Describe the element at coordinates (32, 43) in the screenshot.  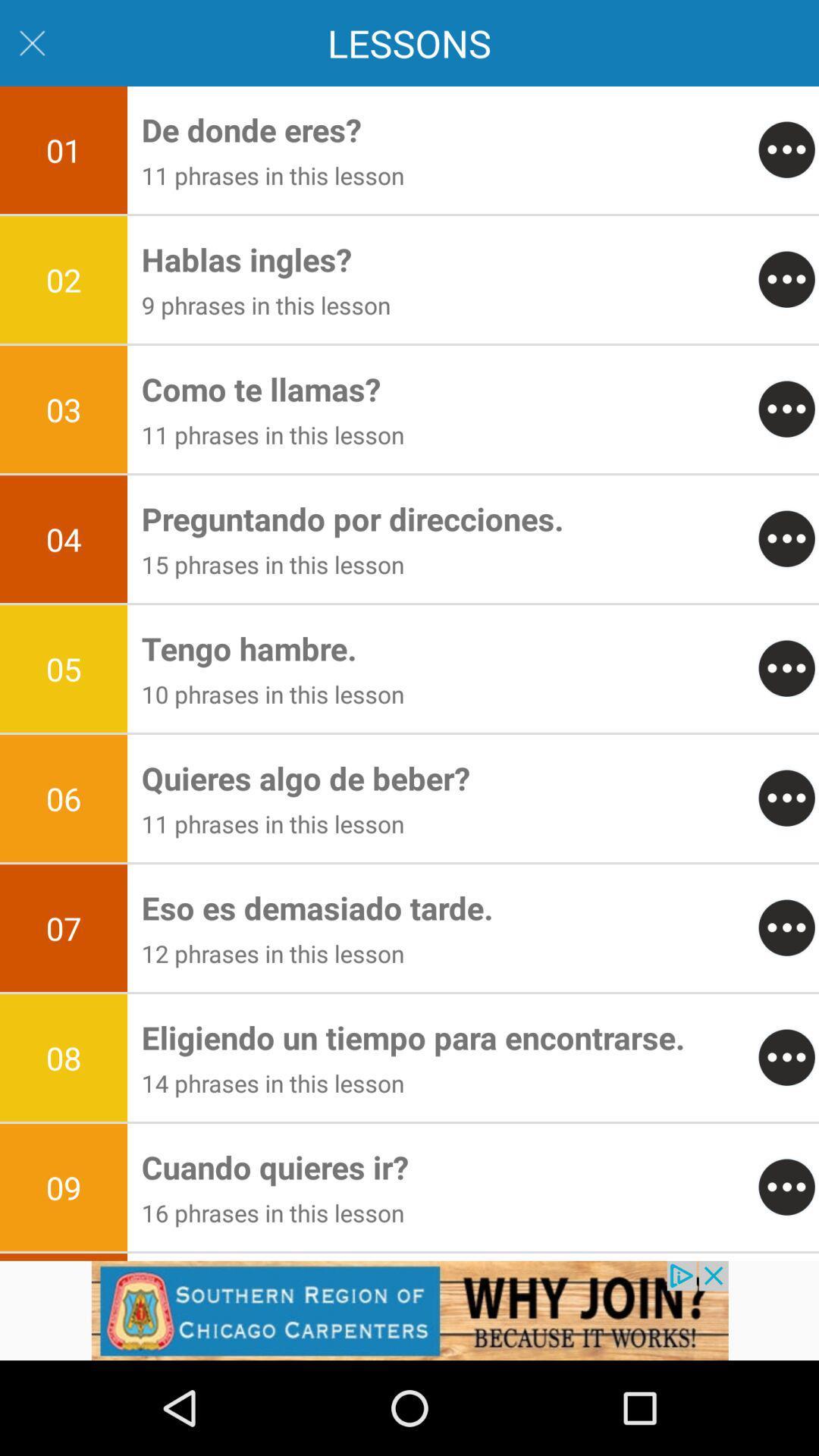
I see `close` at that location.